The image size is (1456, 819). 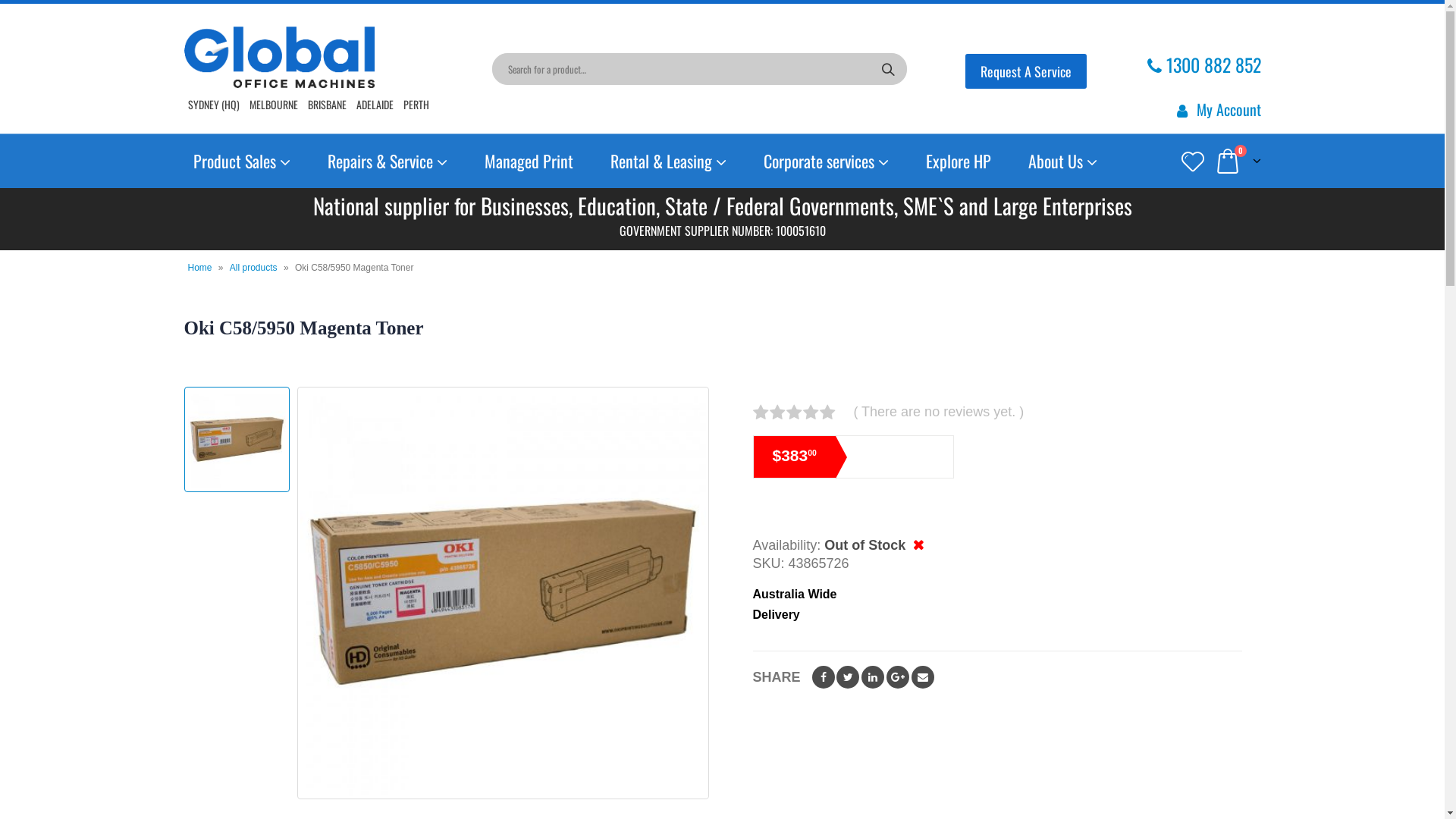 I want to click on 'Rental & Leasing', so click(x=600, y=161).